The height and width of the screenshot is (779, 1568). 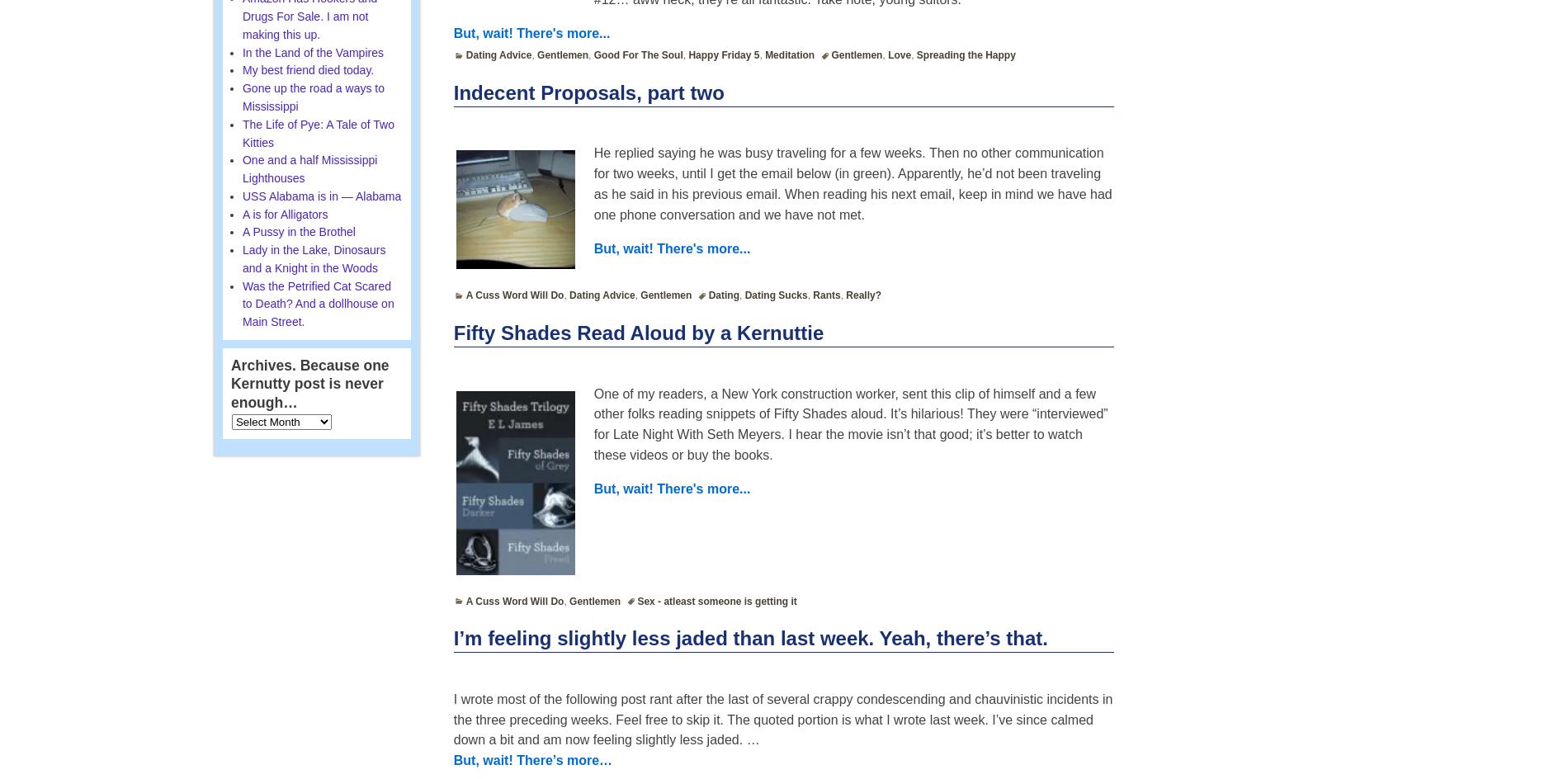 What do you see at coordinates (852, 182) in the screenshot?
I see `'He replied saying he was busy traveling for a few weeks. Then no other communication for two weeks, until I get the email below (in green). Apparently, he’d not been traveling as he said in his previous email. When reading his next email, keep in mind we have had one phone conversation and we have not met.'` at bounding box center [852, 182].